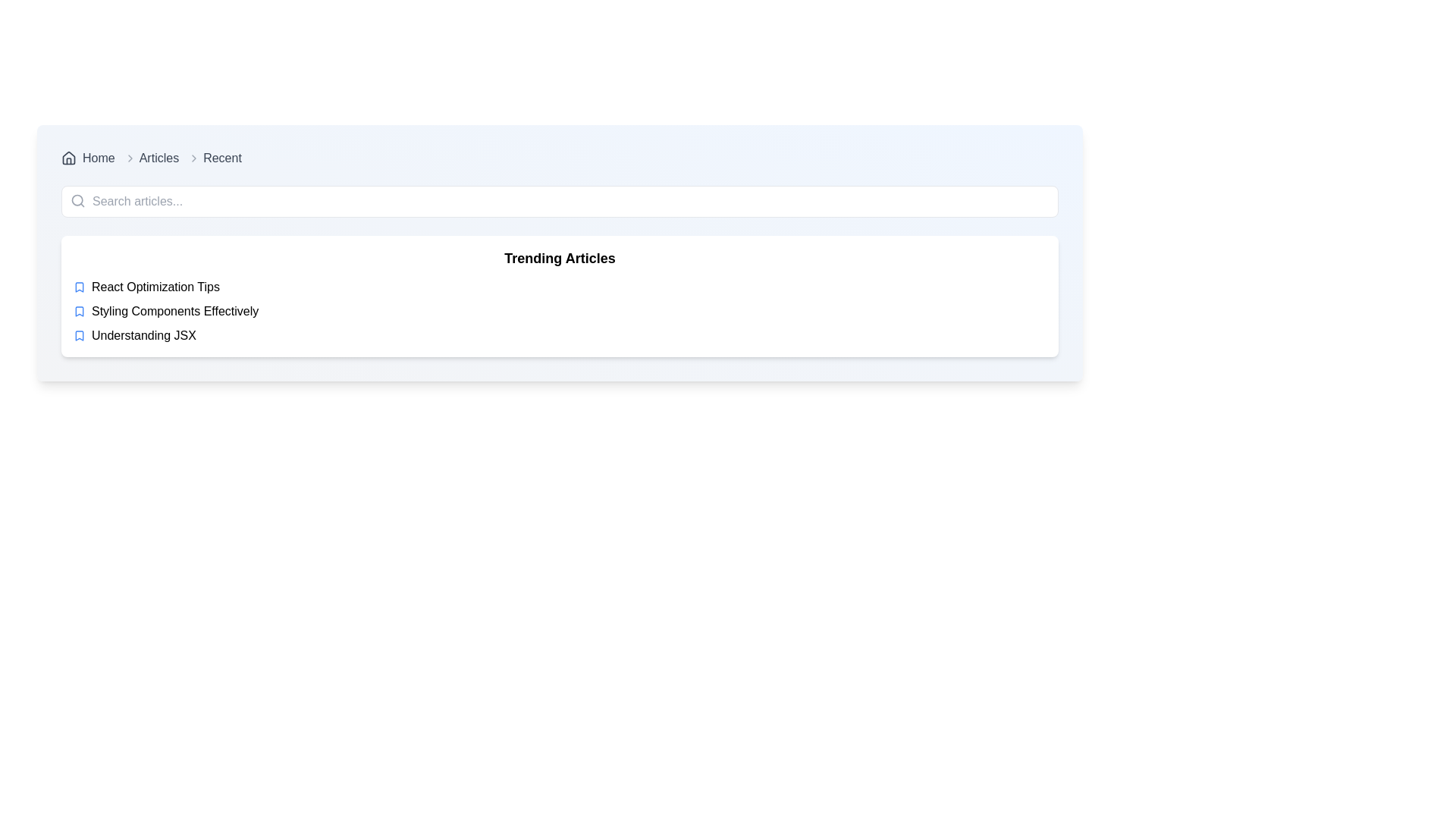 The image size is (1456, 819). What do you see at coordinates (79, 335) in the screenshot?
I see `the blue minimalistic bookmark icon located to the left of 'Understanding JSX' under the 'Trending Articles' section` at bounding box center [79, 335].